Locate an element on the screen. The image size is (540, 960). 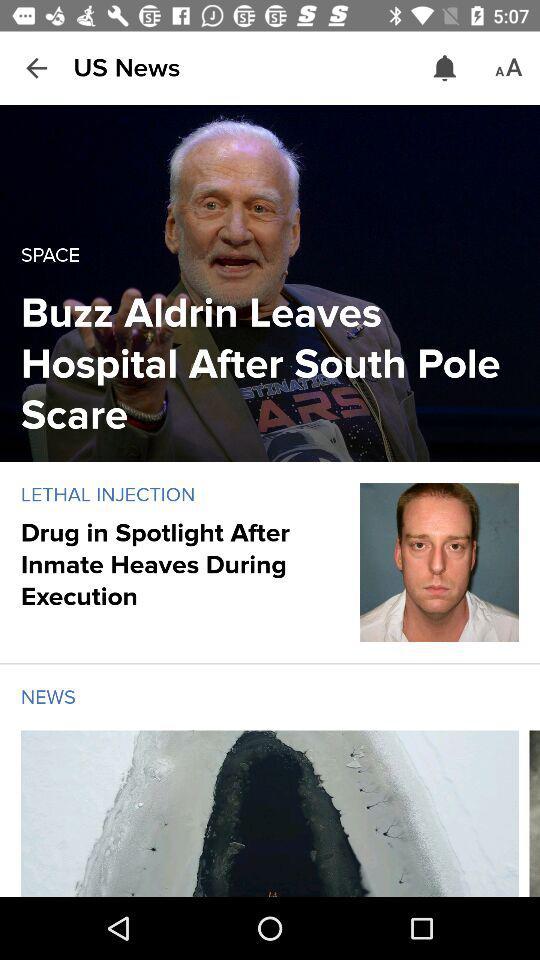
next news is located at coordinates (534, 813).